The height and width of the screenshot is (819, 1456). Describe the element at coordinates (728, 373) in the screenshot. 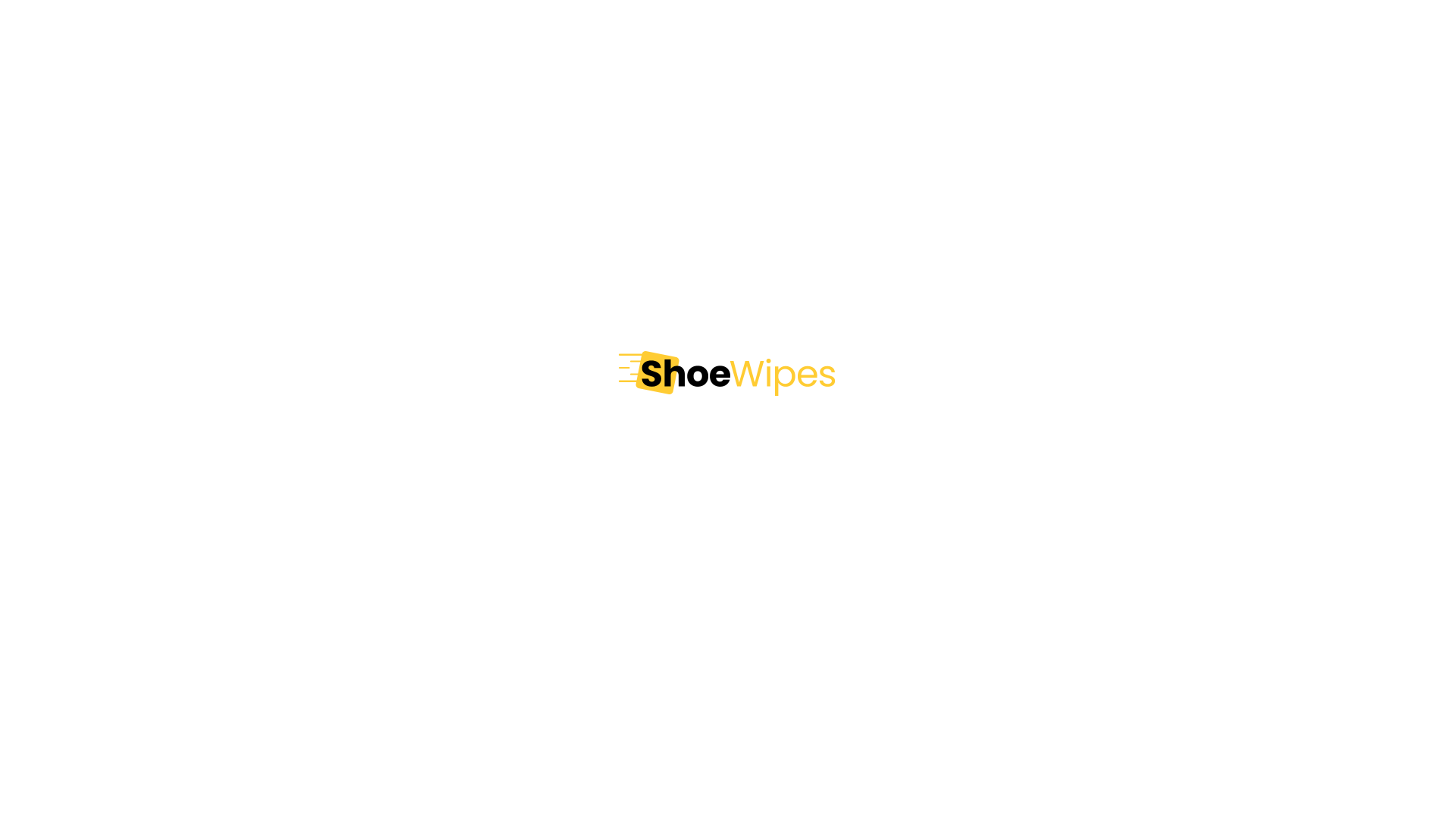

I see `'Shoe Wipes'` at that location.